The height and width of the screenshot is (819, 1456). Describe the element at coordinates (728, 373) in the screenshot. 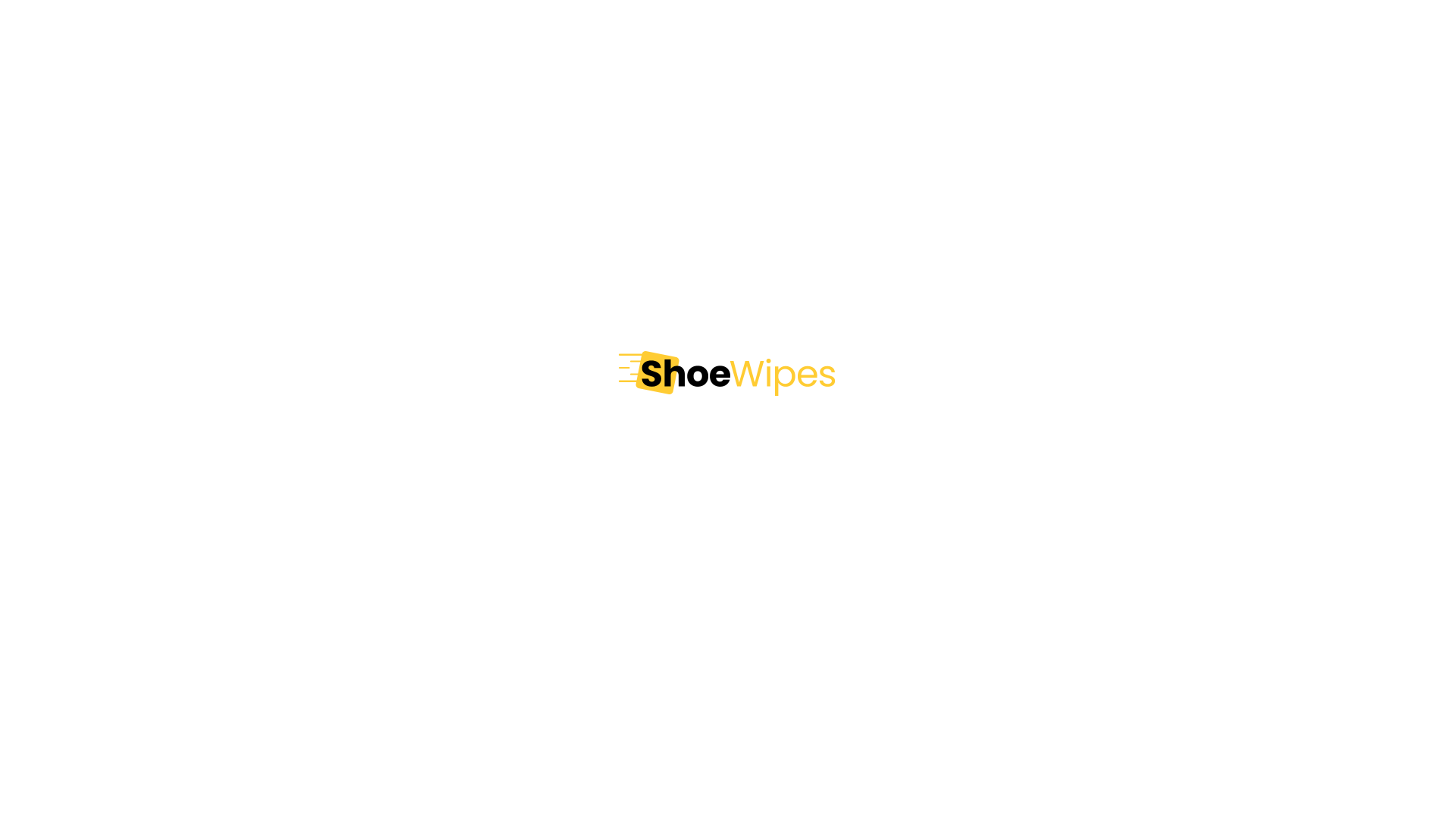

I see `'Shoe Wipes'` at that location.